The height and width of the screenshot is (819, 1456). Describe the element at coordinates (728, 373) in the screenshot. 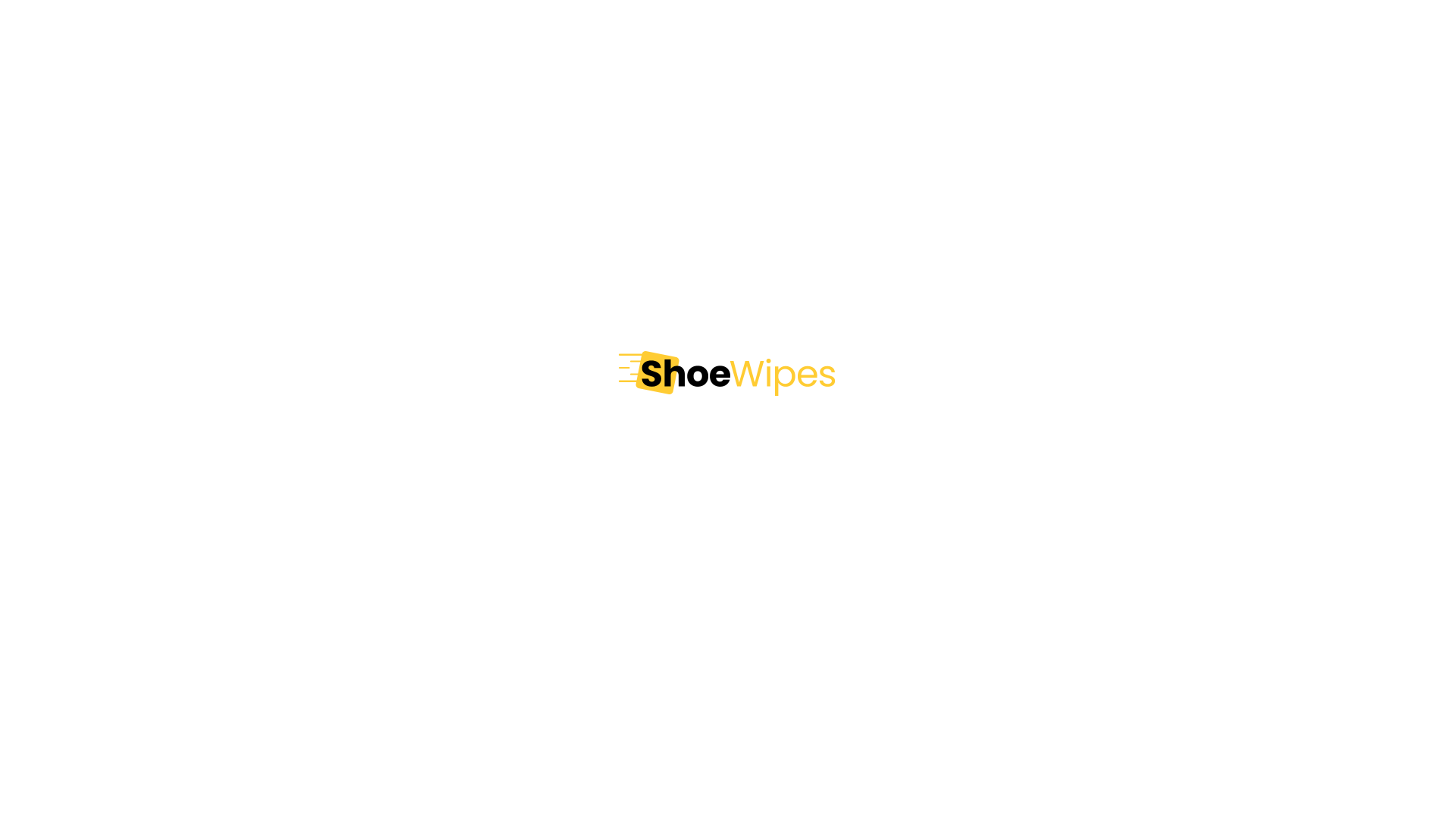

I see `'Shoe Wipes'` at that location.